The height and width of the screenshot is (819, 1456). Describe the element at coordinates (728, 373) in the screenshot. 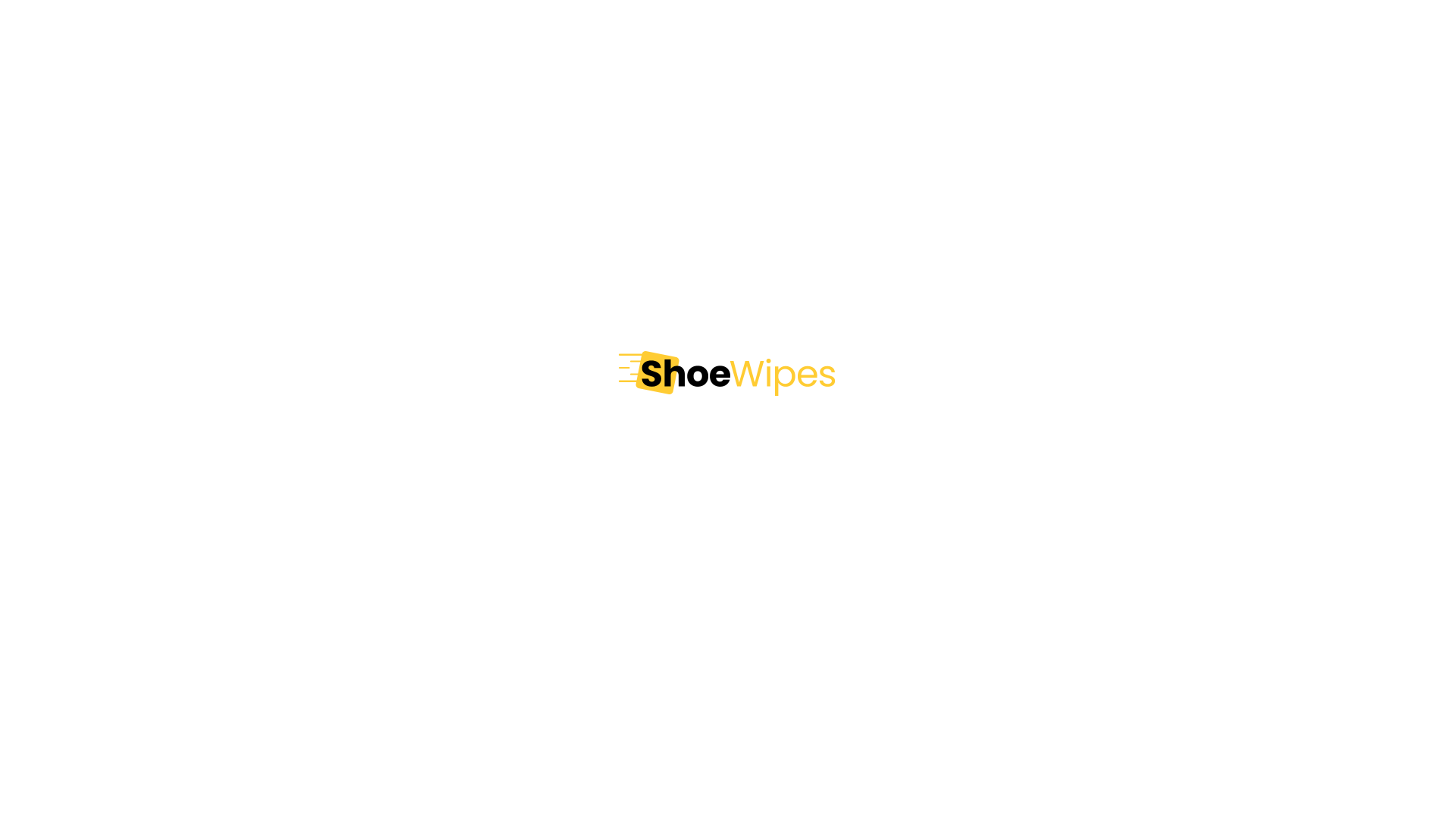

I see `'Shoe Wipes'` at that location.